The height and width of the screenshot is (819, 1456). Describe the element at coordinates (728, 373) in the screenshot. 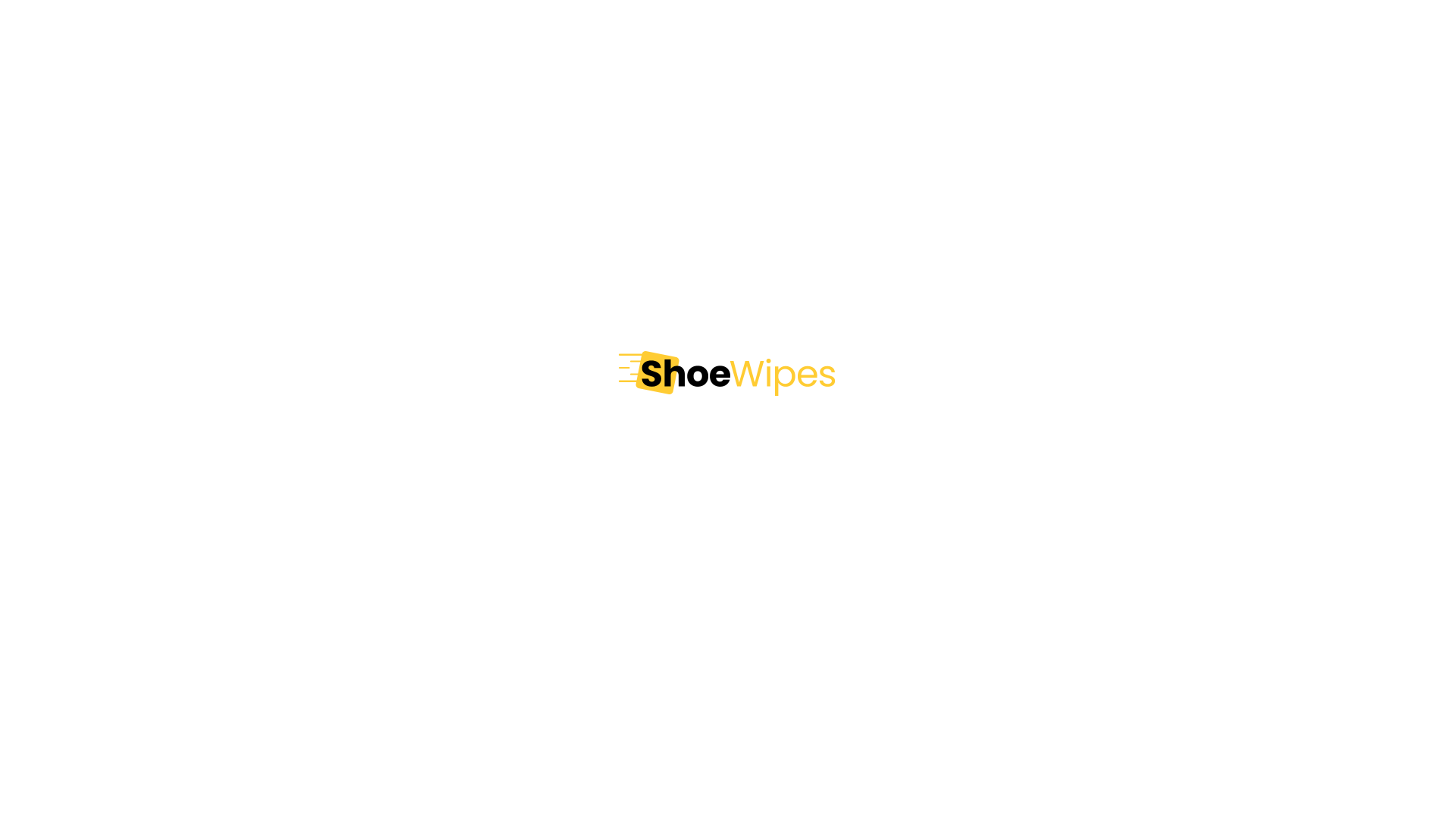

I see `'Shoe Wipes'` at that location.